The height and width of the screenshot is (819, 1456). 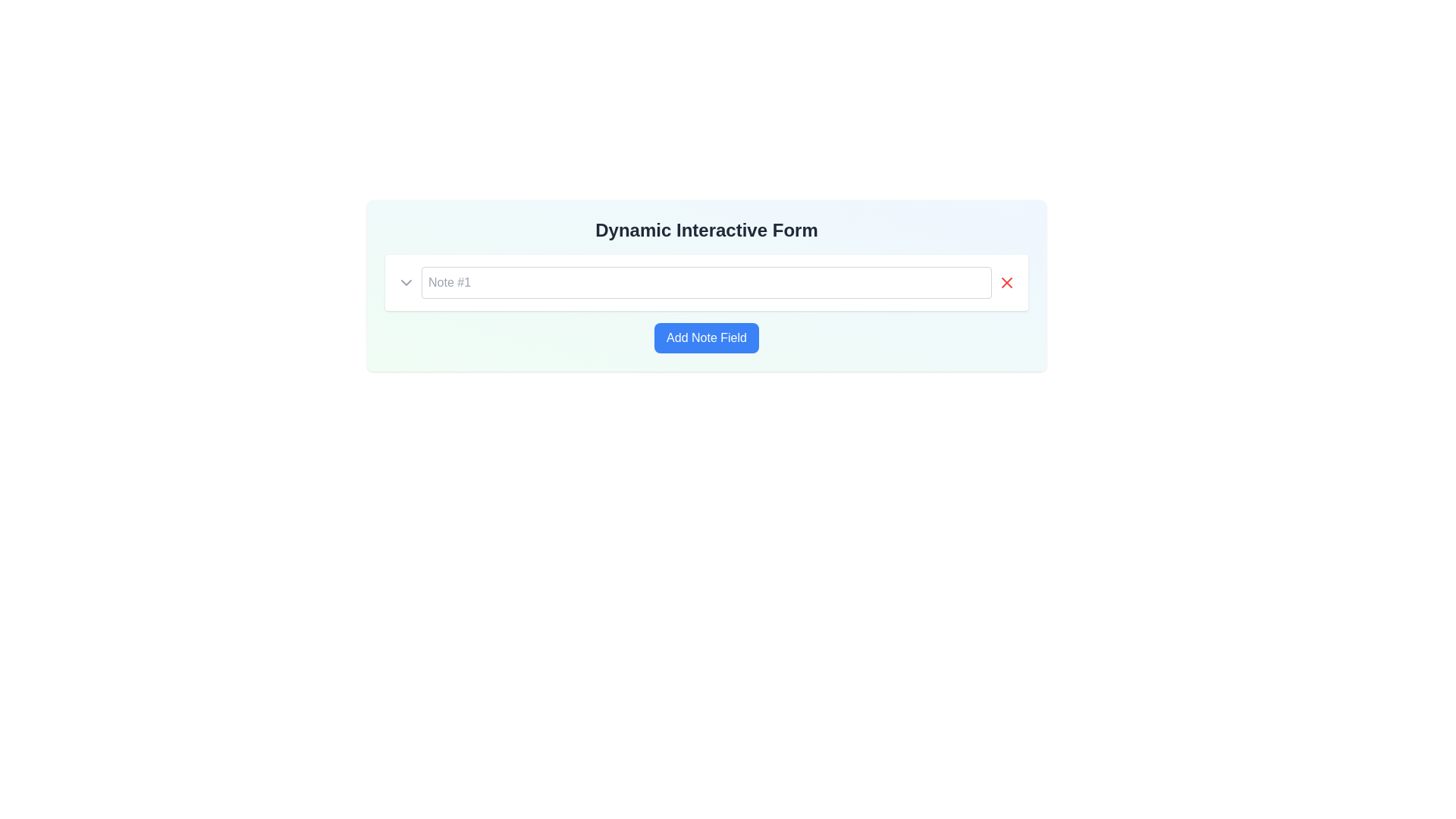 I want to click on the downwards-facing chevron icon, which is styled in light gray and located next to the 'Note #1' text field, so click(x=406, y=283).